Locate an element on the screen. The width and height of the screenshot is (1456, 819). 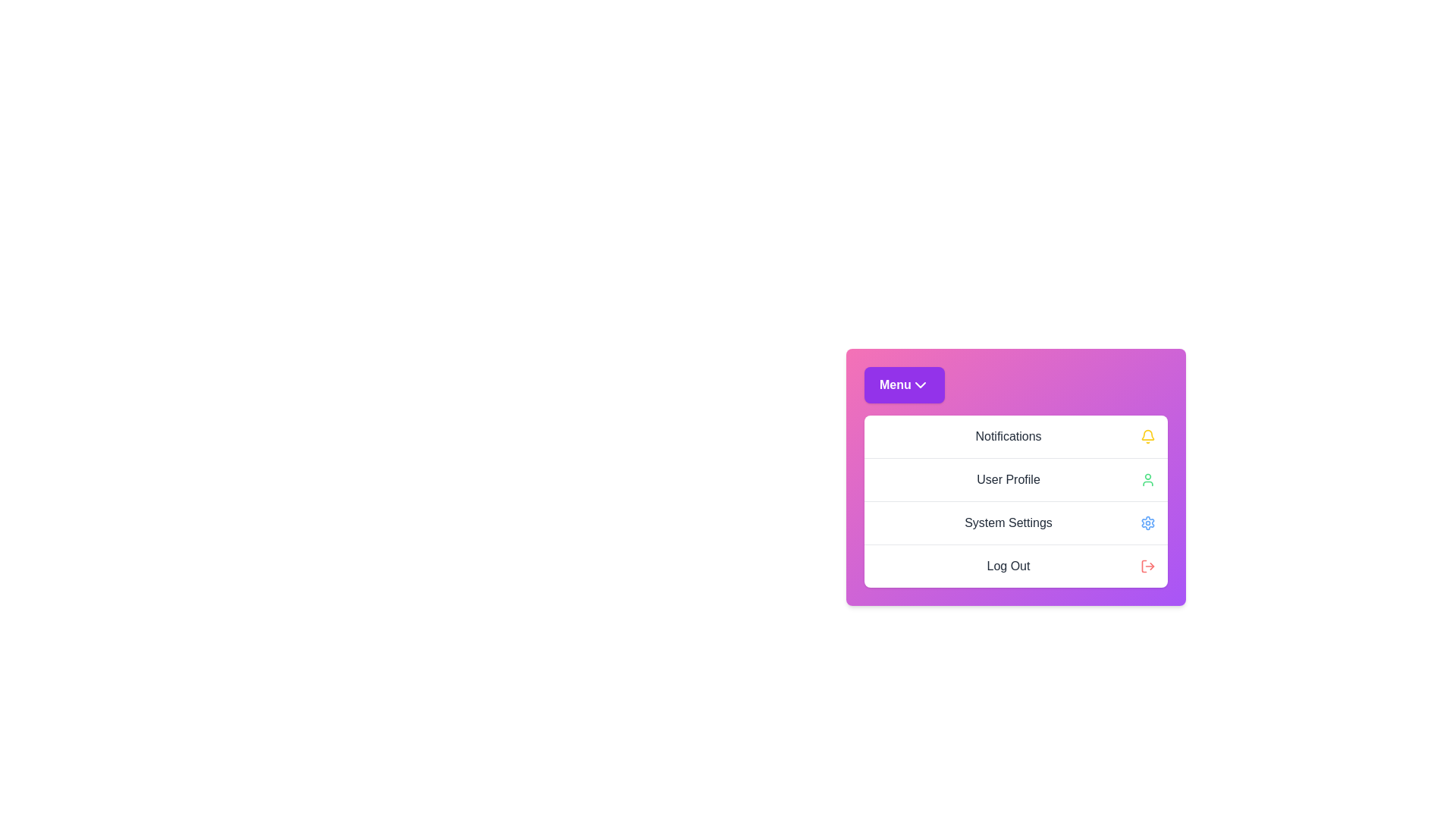
the 'User Profile' option in the menu is located at coordinates (1015, 479).